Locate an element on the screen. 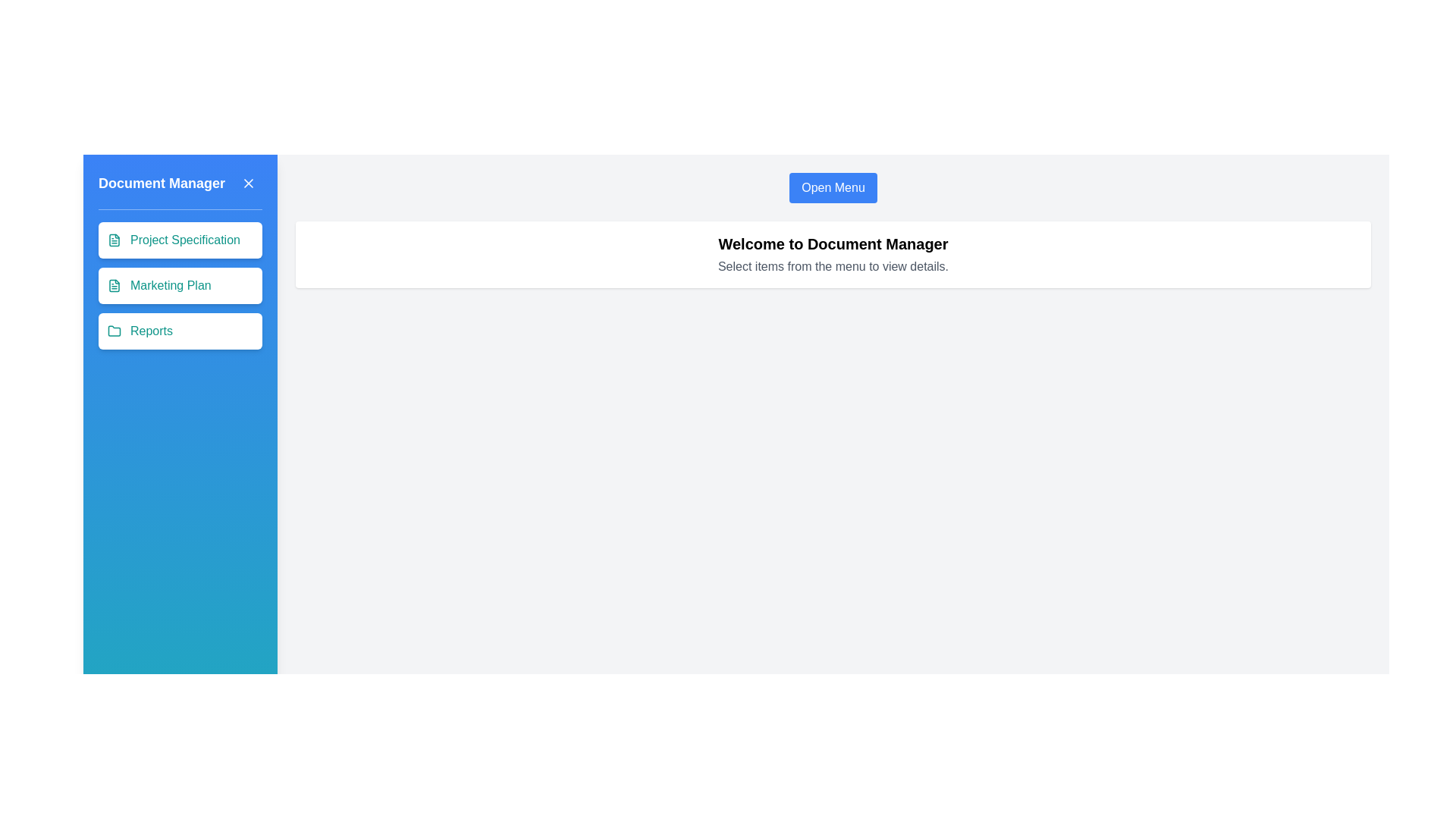 The width and height of the screenshot is (1456, 819). the 'Open Menu' button to open the menu drawer is located at coordinates (832, 187).